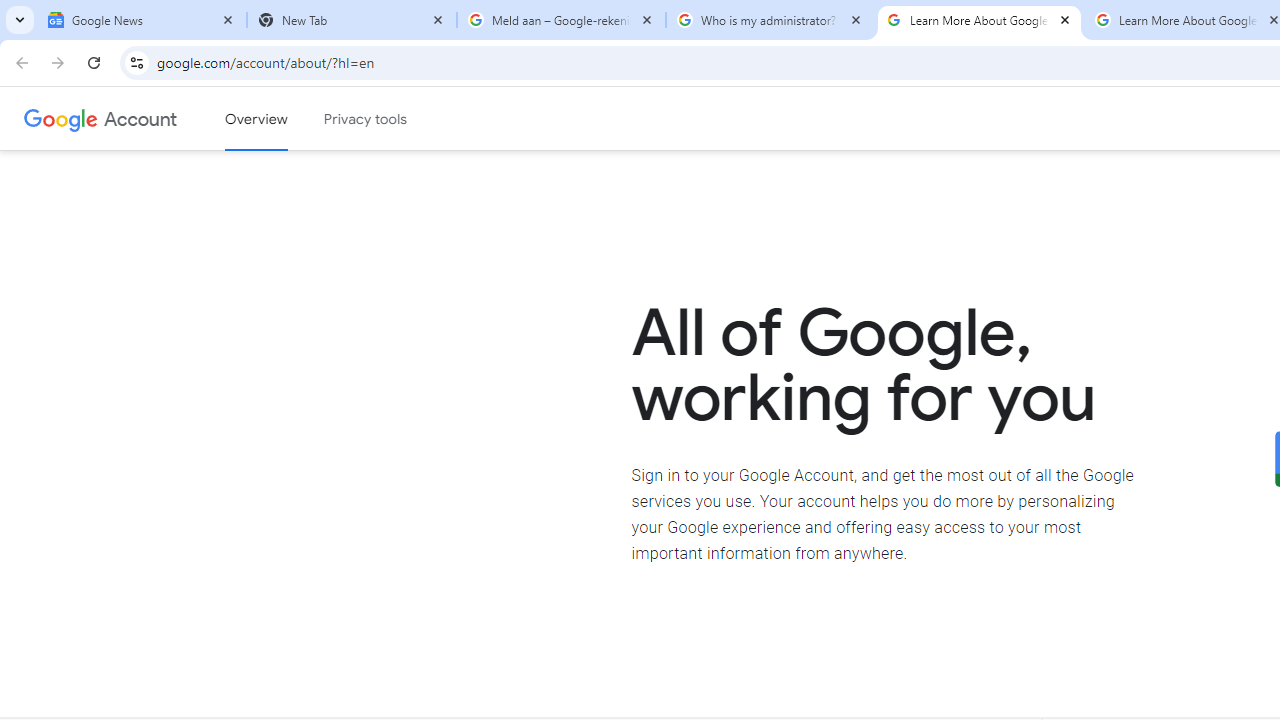  I want to click on 'Google Account overview', so click(255, 119).